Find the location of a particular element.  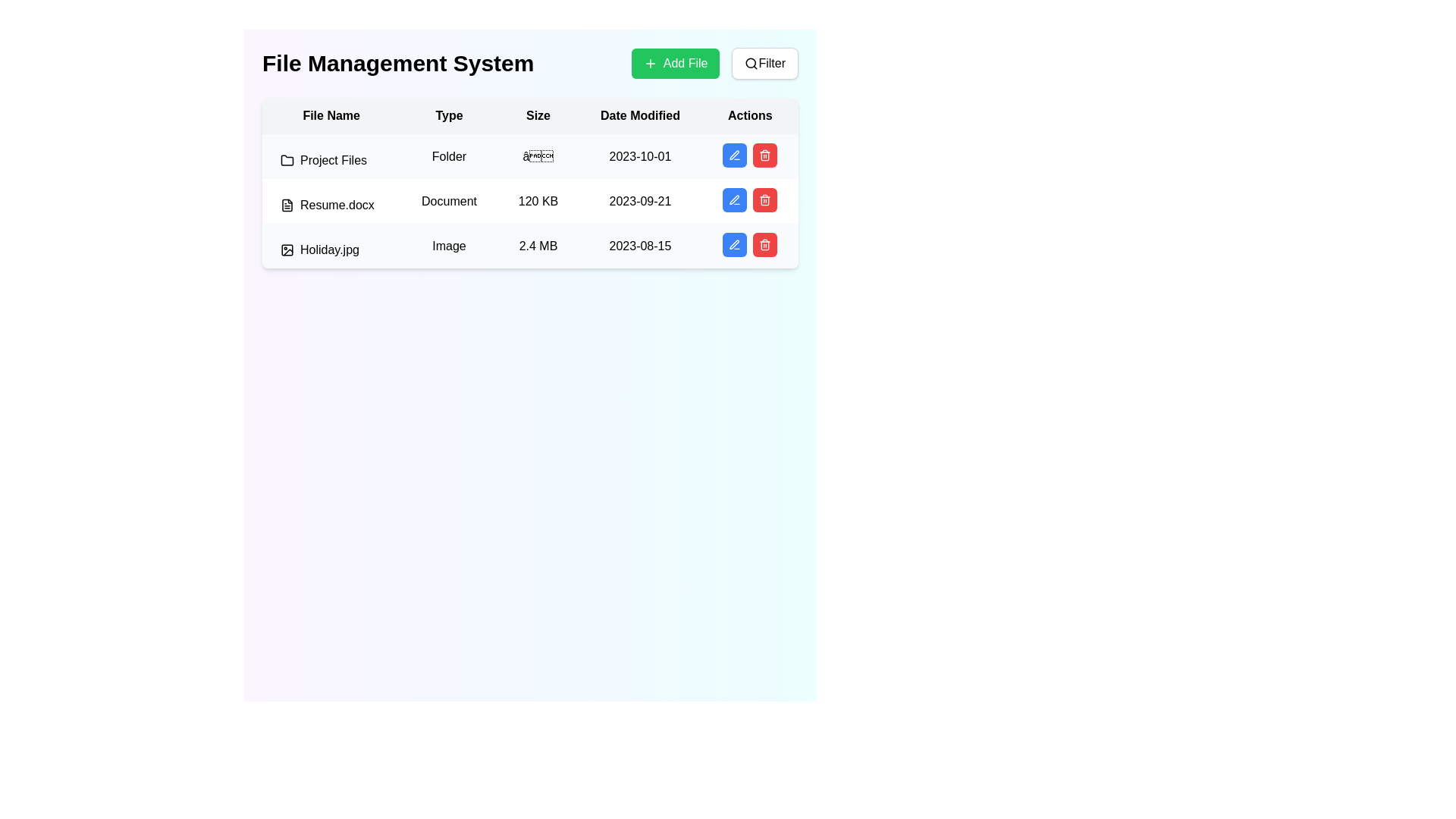

the 'Date Modified' text label indicating the modification date for the associated 'Project Files', which is located in the fourth column of the first row of the table is located at coordinates (640, 156).